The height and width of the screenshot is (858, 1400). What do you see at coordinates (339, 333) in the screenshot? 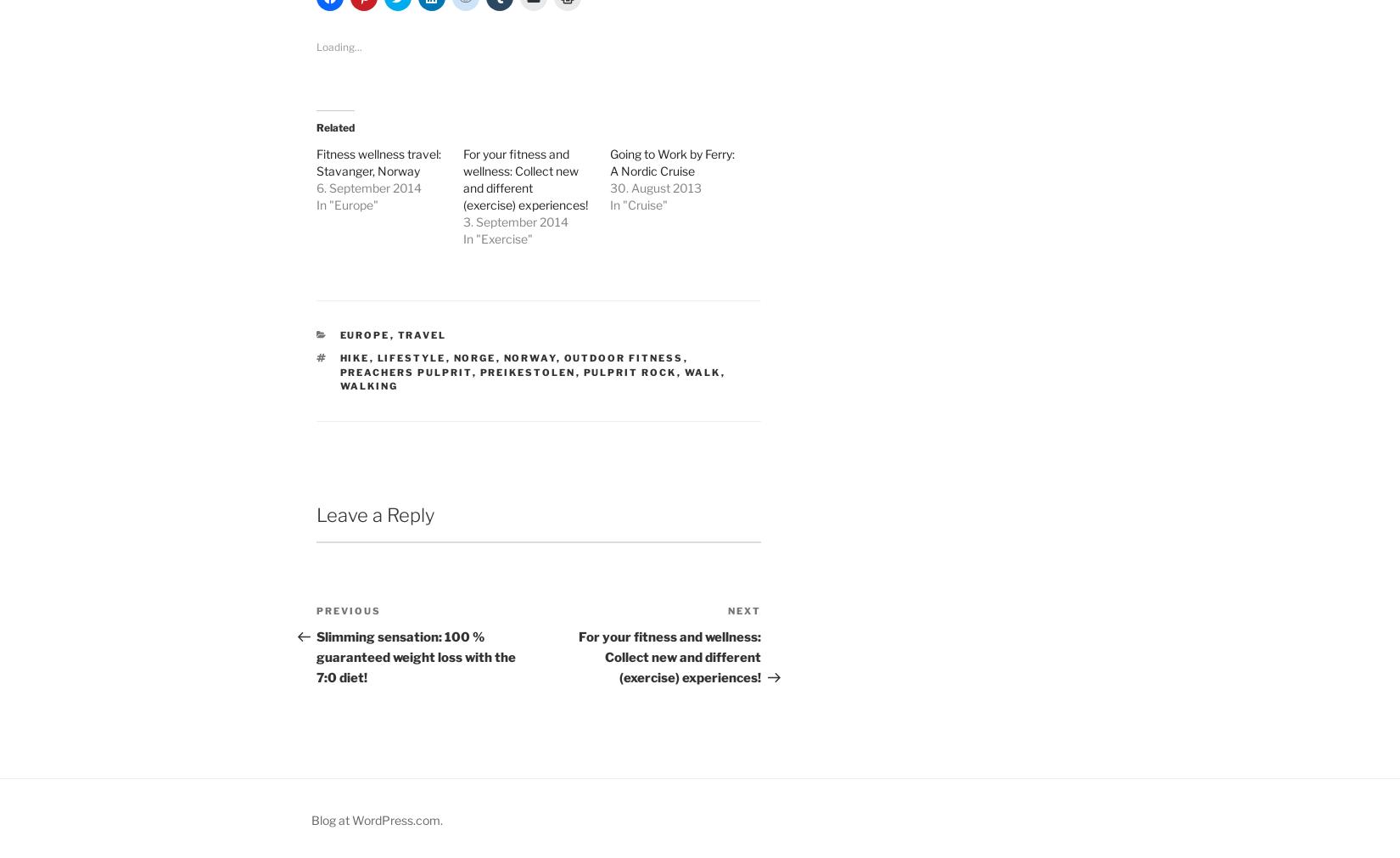
I see `'Europe'` at bounding box center [339, 333].